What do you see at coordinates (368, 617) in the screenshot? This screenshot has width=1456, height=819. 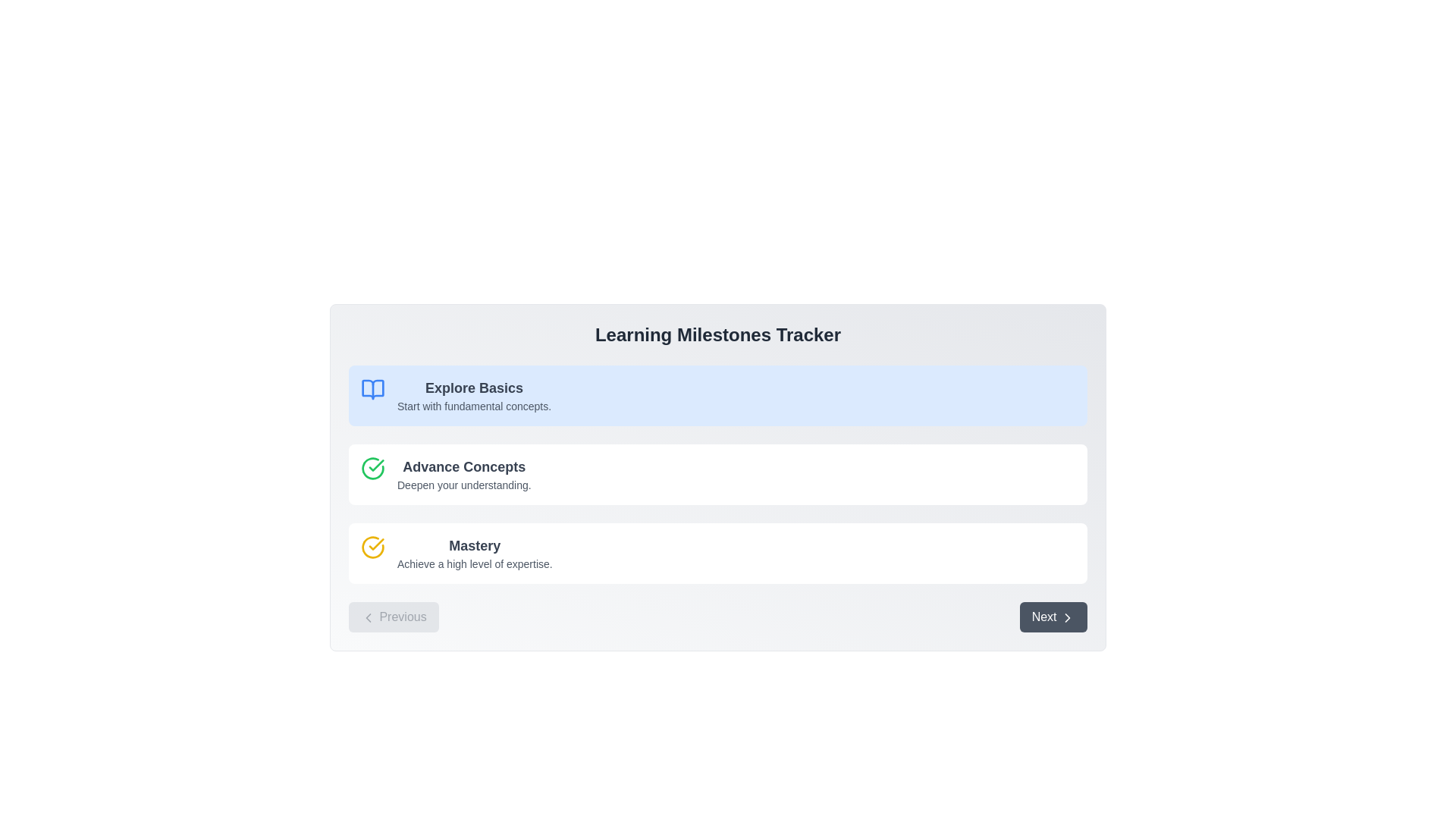 I see `the button that contains the left chevron icon, which is positioned next to the text 'Previous' in the bottom-left corner of the central panel` at bounding box center [368, 617].